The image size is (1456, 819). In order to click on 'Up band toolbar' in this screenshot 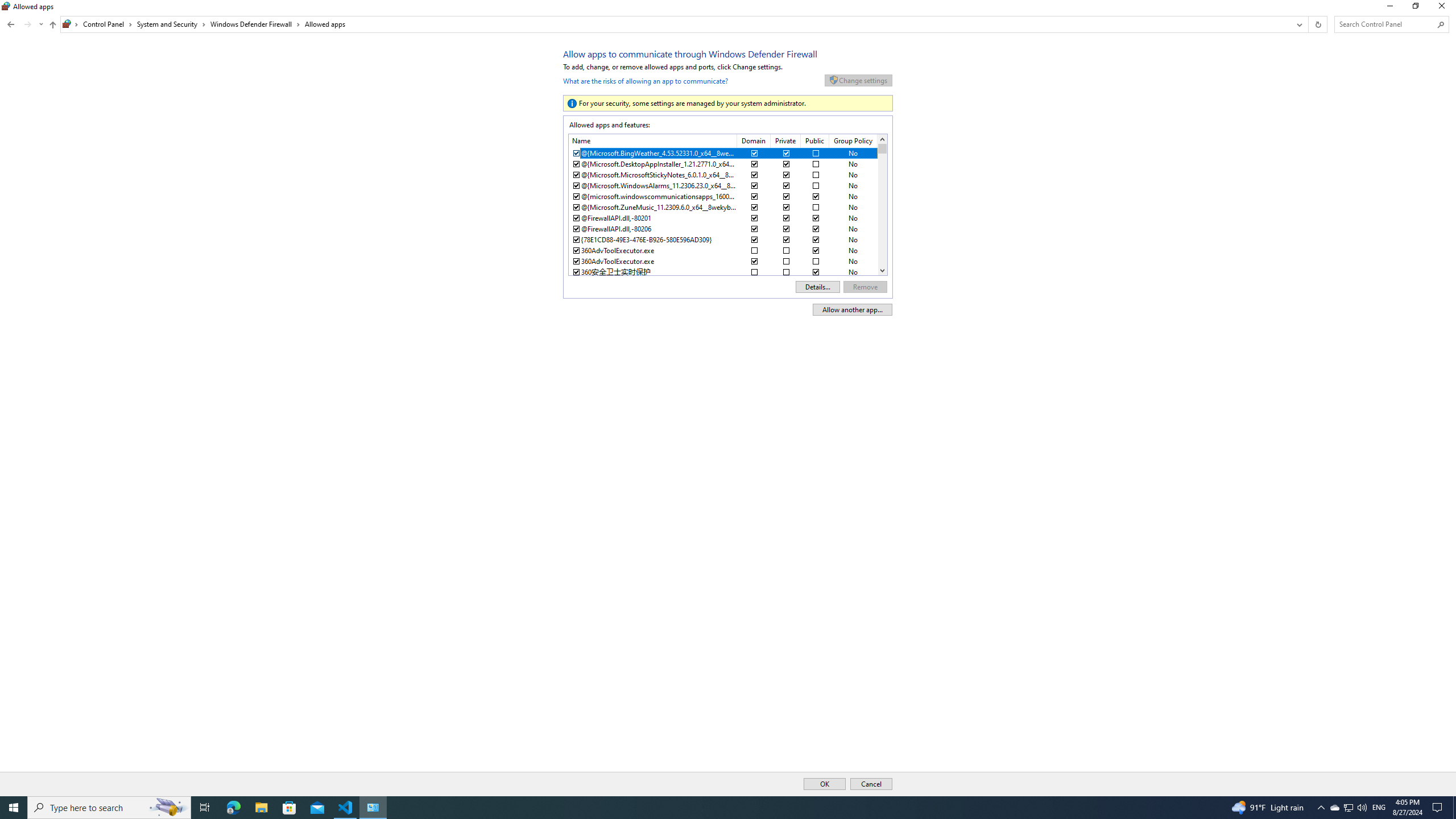, I will do `click(53, 26)`.